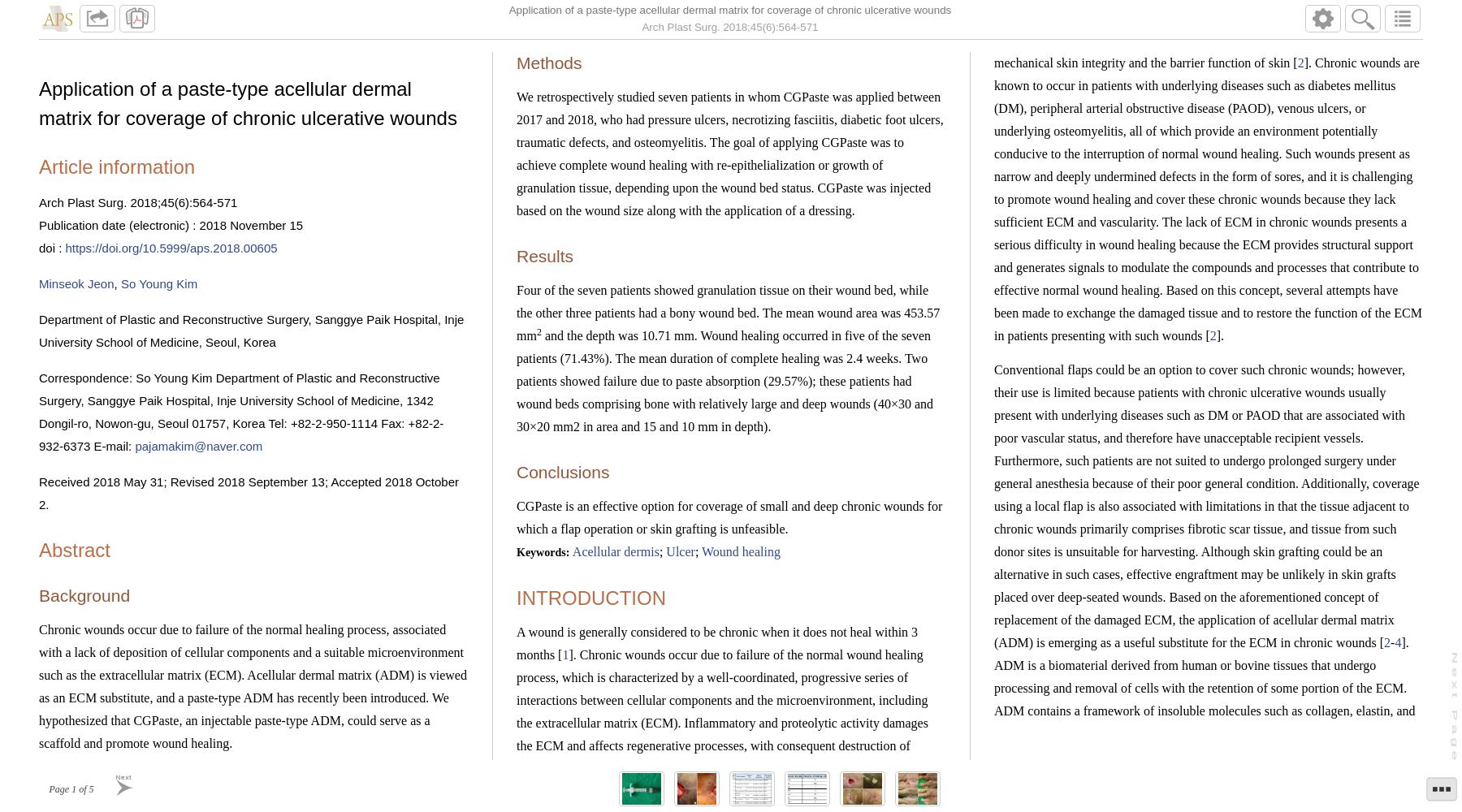 The width and height of the screenshot is (1462, 812). I want to click on 'CGPaste is an effective option for coverage of small and deep chronic wounds for which a flap operation or skin grafting is unfeasible.', so click(729, 516).